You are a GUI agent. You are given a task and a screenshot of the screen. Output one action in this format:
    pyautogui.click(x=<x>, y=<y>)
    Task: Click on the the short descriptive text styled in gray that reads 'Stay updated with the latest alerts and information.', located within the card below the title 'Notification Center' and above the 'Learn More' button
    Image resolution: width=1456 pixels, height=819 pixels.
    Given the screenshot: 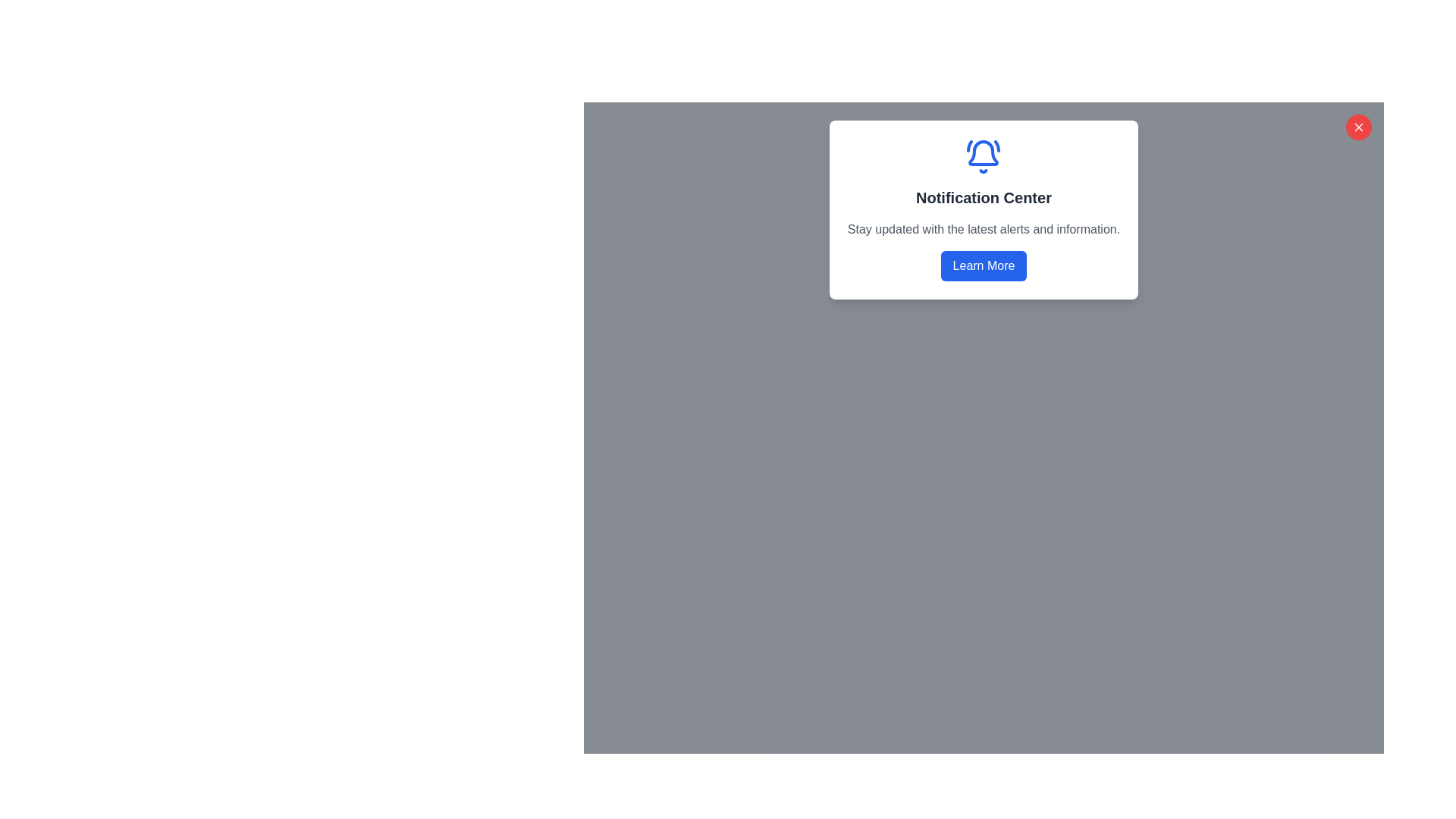 What is the action you would take?
    pyautogui.click(x=984, y=230)
    